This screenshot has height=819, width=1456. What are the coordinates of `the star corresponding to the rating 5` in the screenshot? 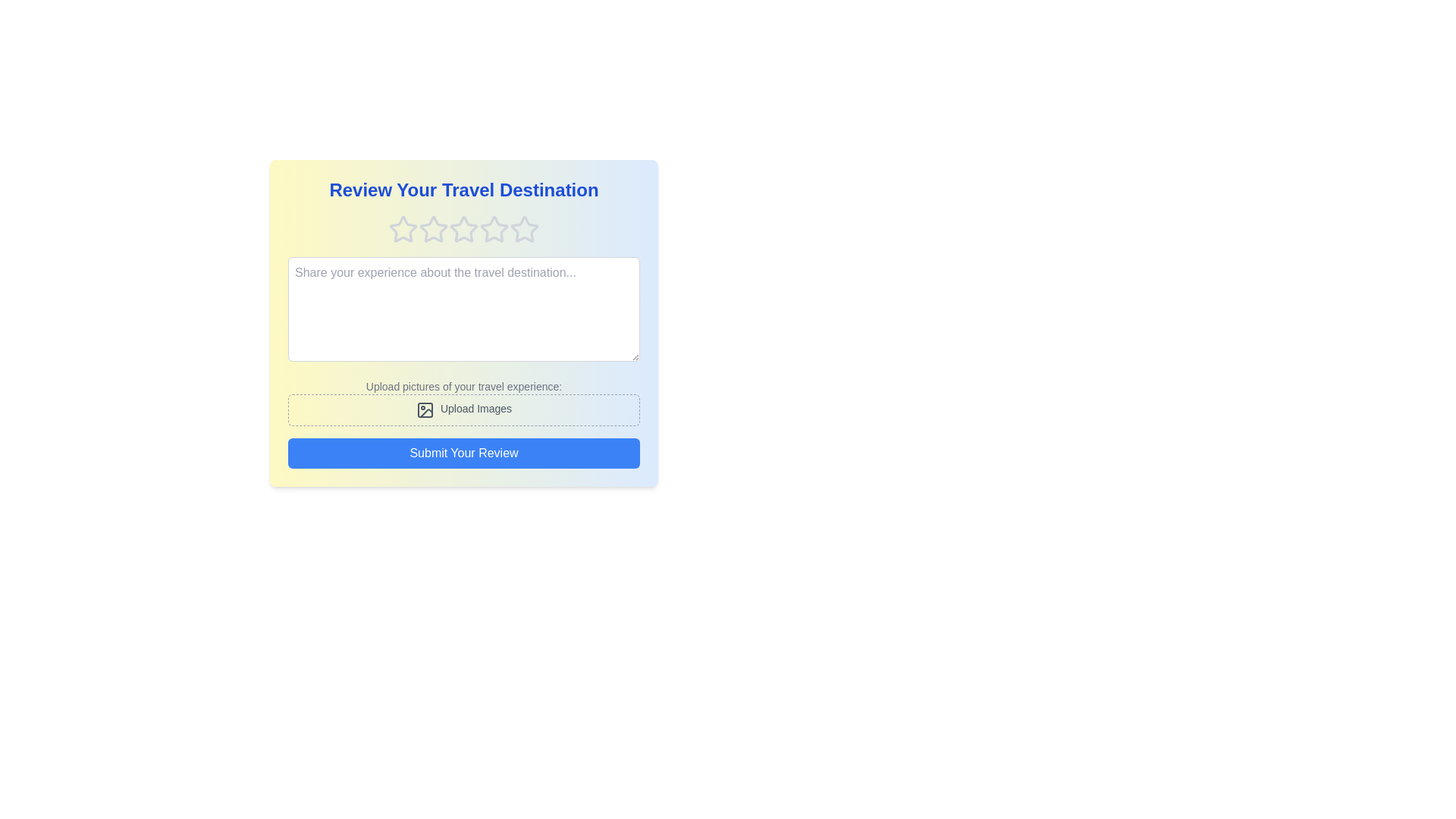 It's located at (524, 230).